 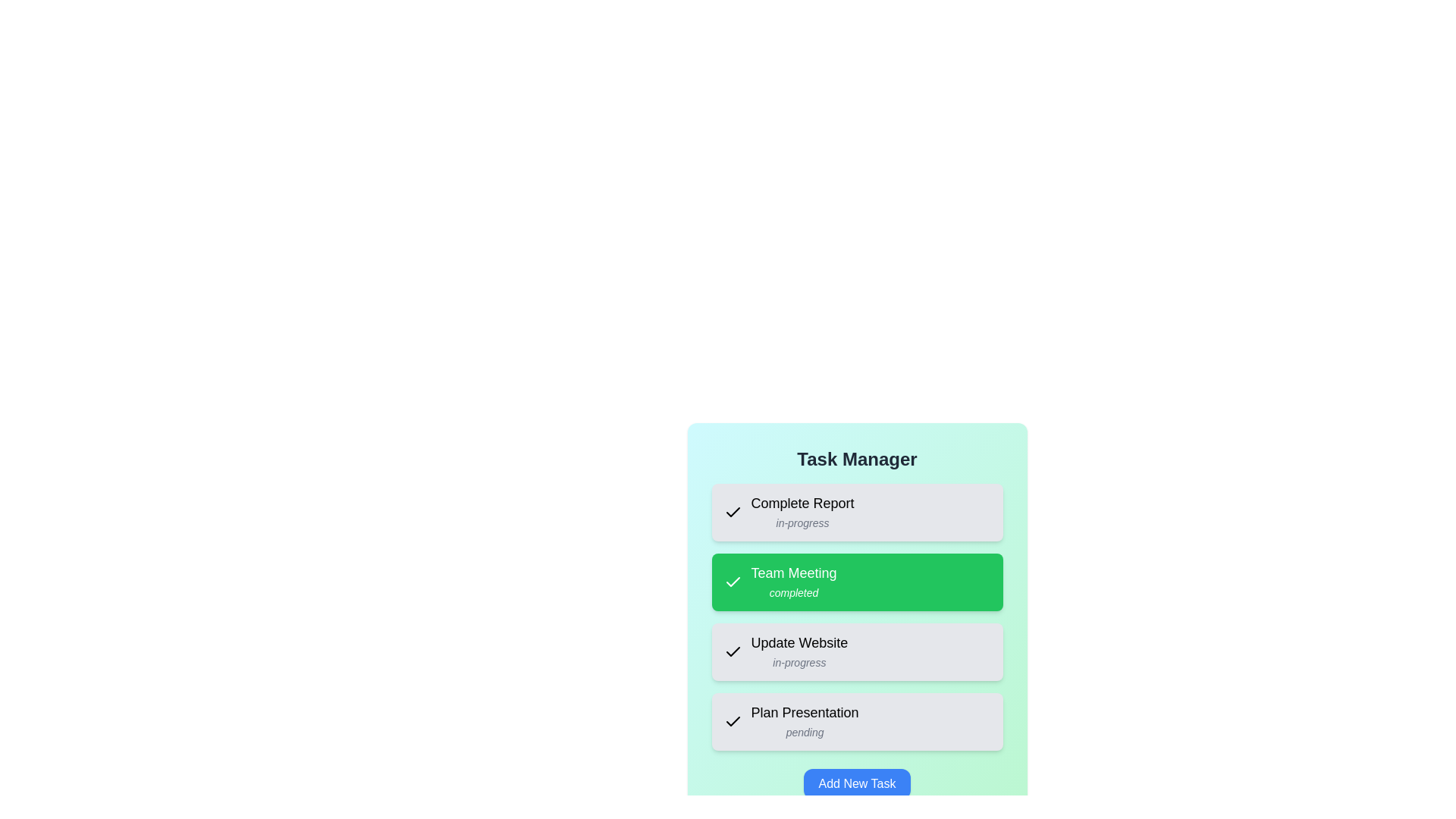 I want to click on the 'Add New Task' button to add a new task, so click(x=856, y=783).